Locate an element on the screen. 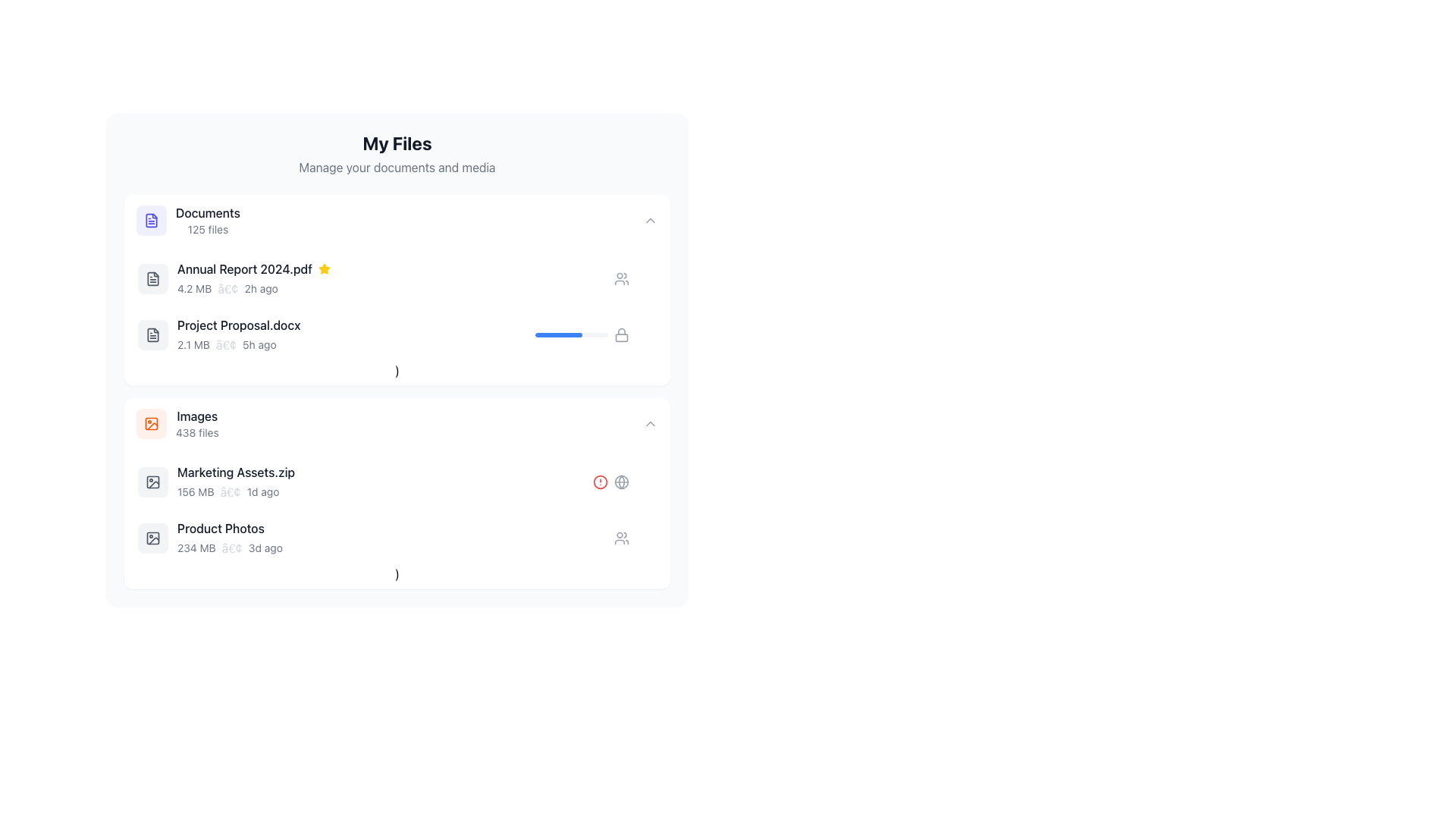 Image resolution: width=1456 pixels, height=819 pixels. the rounded square icon with a light purple background and a blue file icon in the center, located next to the text 'Documents' and its sub-text '125 files' is located at coordinates (152, 220).